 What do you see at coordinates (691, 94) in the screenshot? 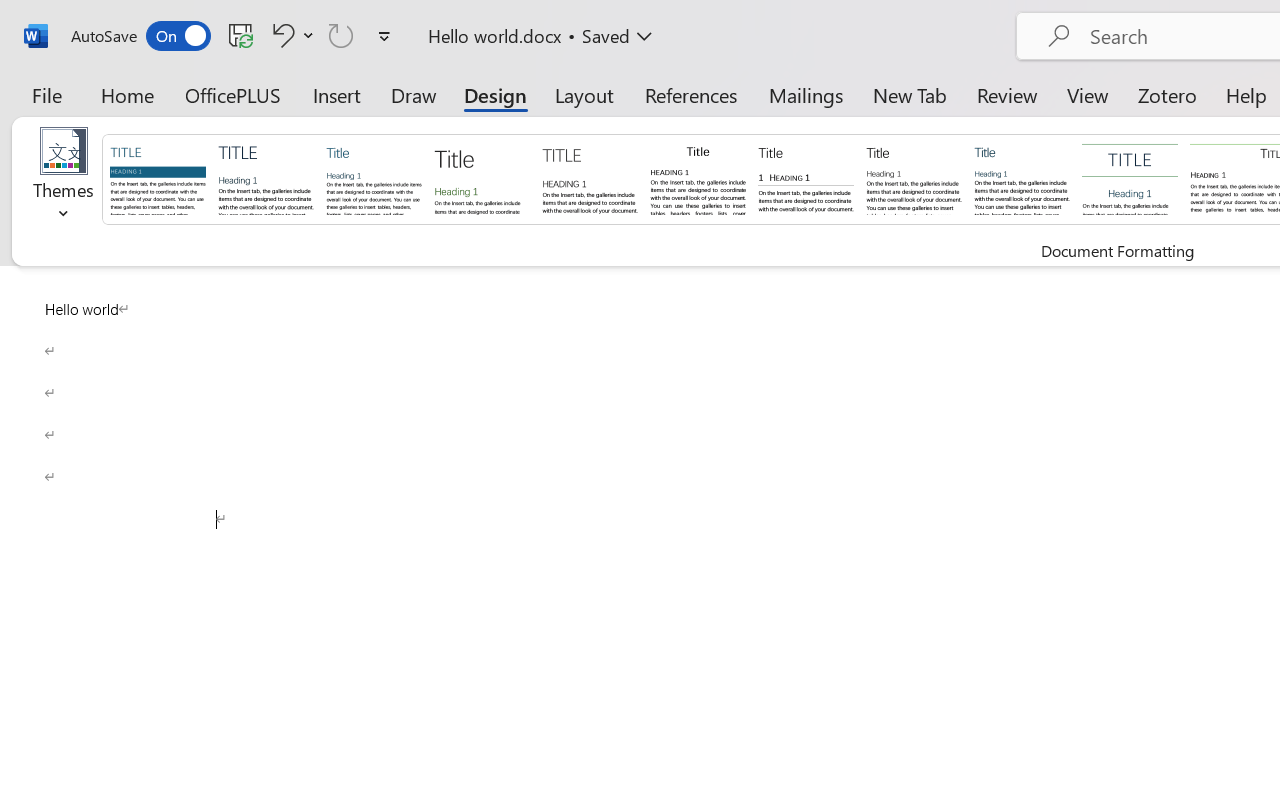
I see `'References'` at bounding box center [691, 94].